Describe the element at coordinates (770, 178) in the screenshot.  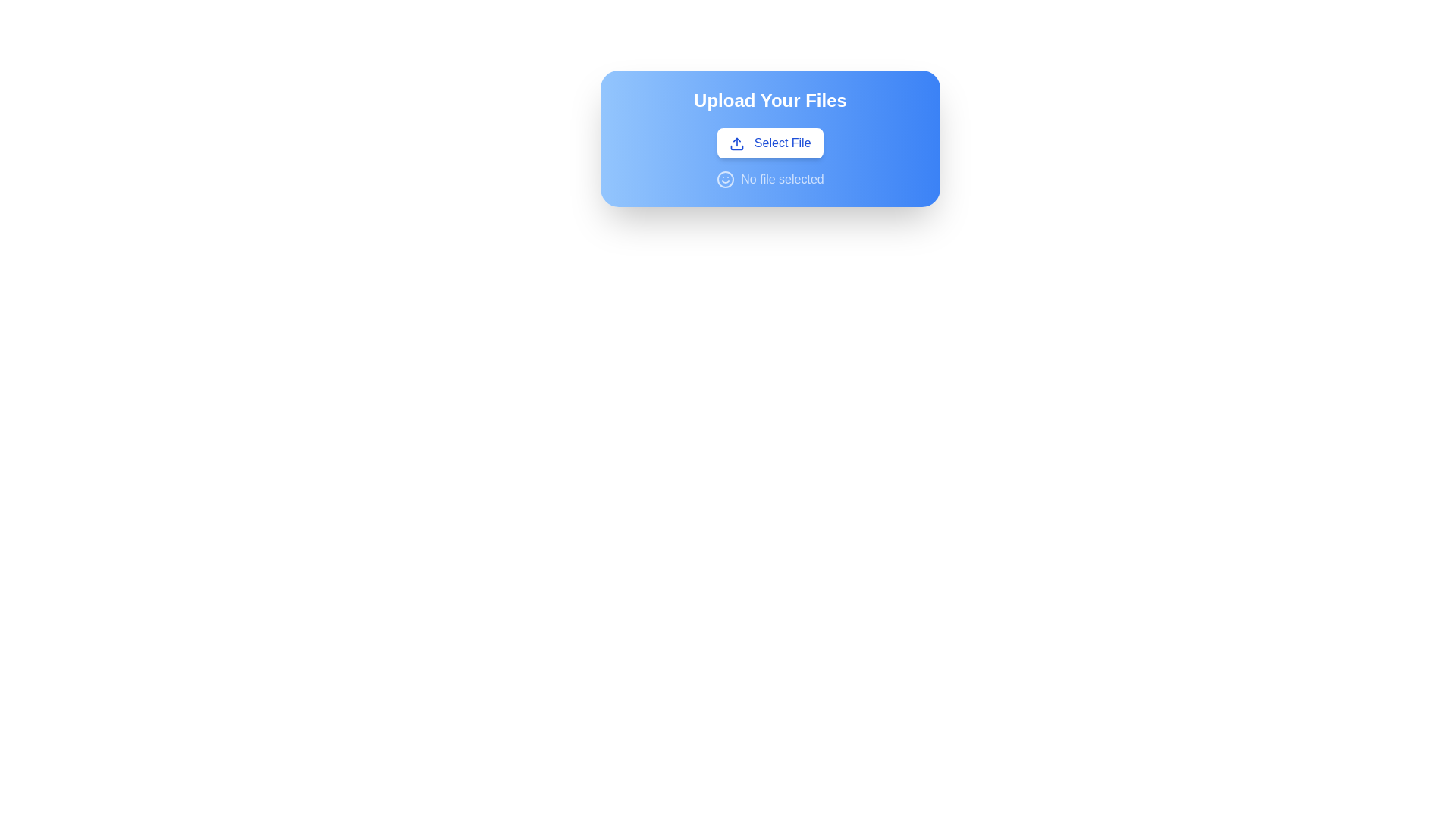
I see `the informational label indicating that no file has been selected yet for uploading, which is located beneath the 'Select File' button` at that location.